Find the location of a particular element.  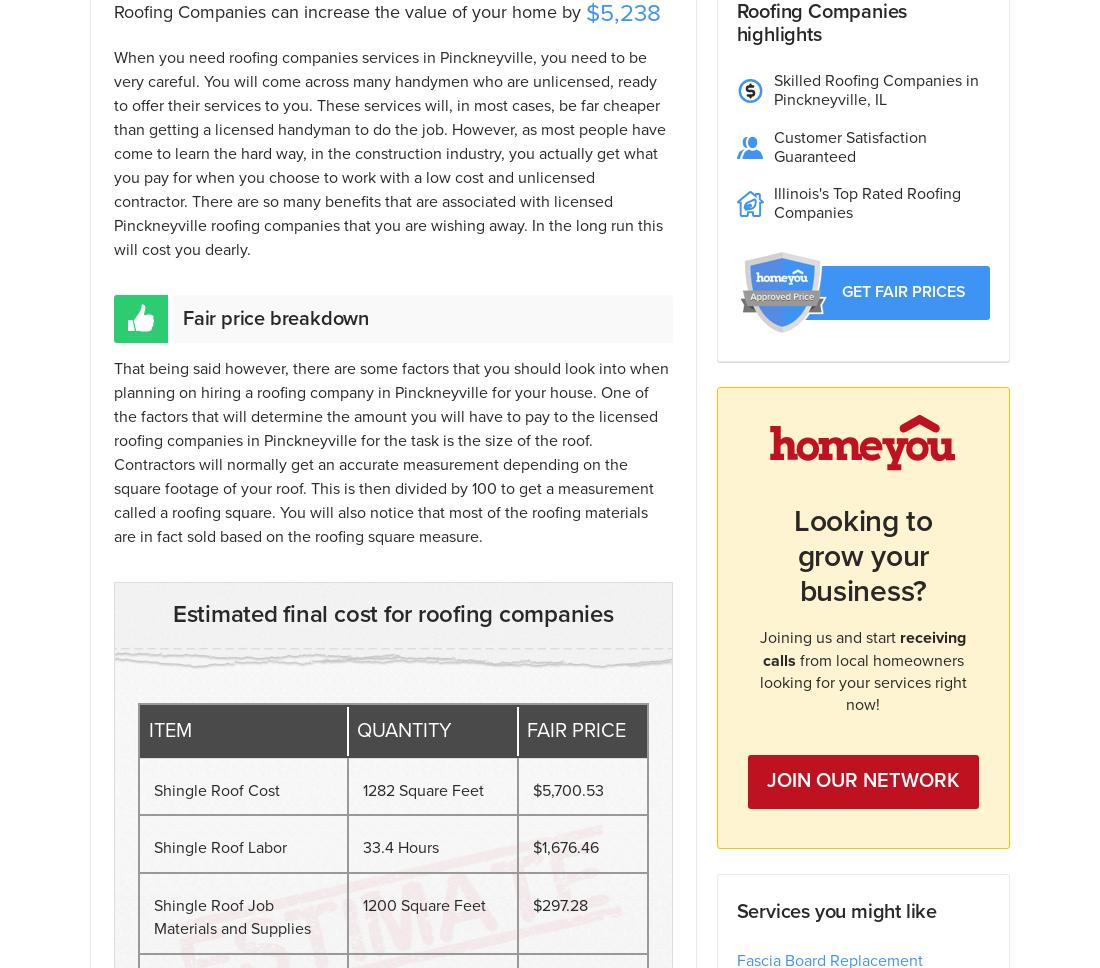

'$297.28' is located at coordinates (531, 906).